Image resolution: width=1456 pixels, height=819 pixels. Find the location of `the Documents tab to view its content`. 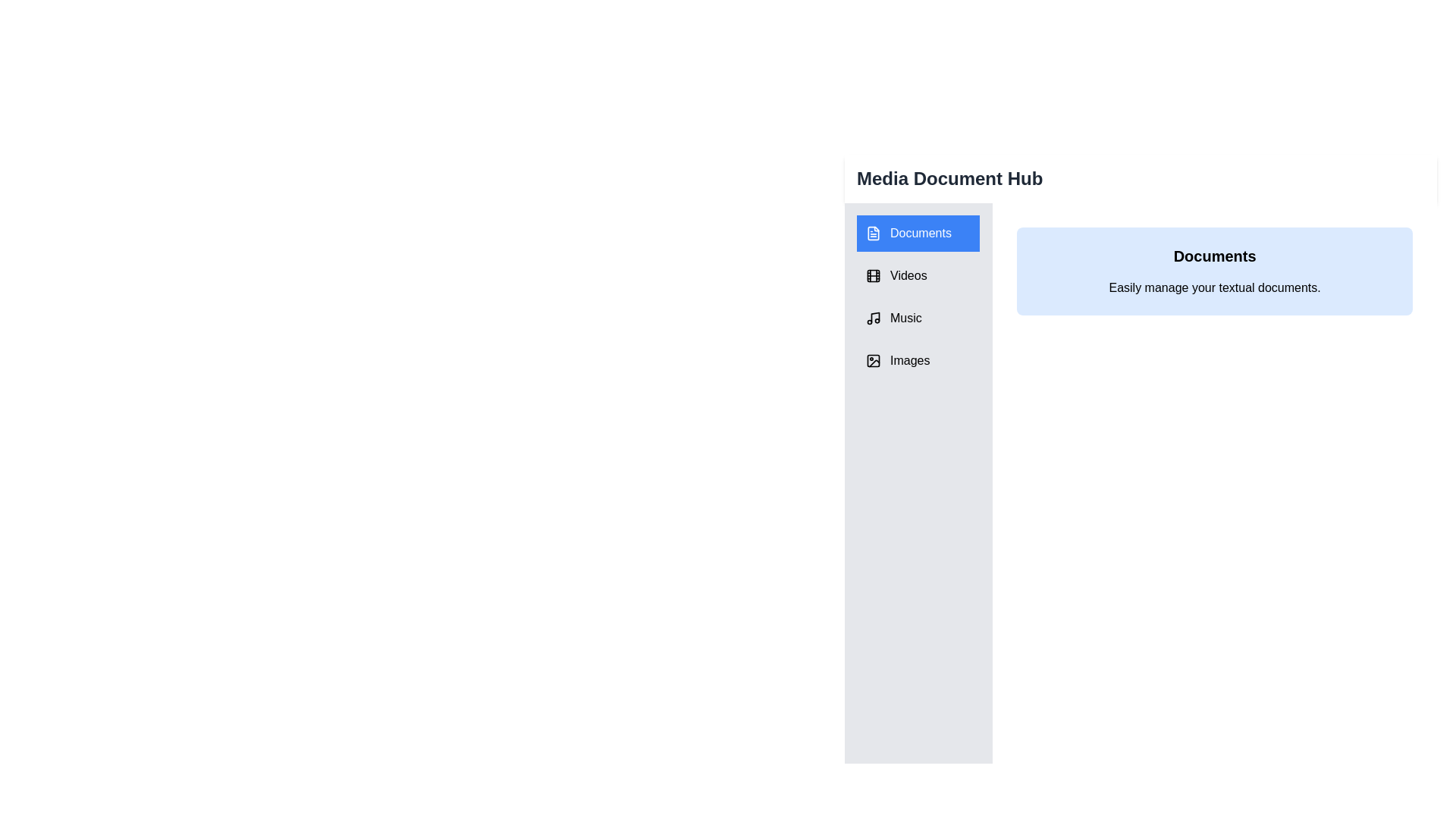

the Documents tab to view its content is located at coordinates (917, 234).